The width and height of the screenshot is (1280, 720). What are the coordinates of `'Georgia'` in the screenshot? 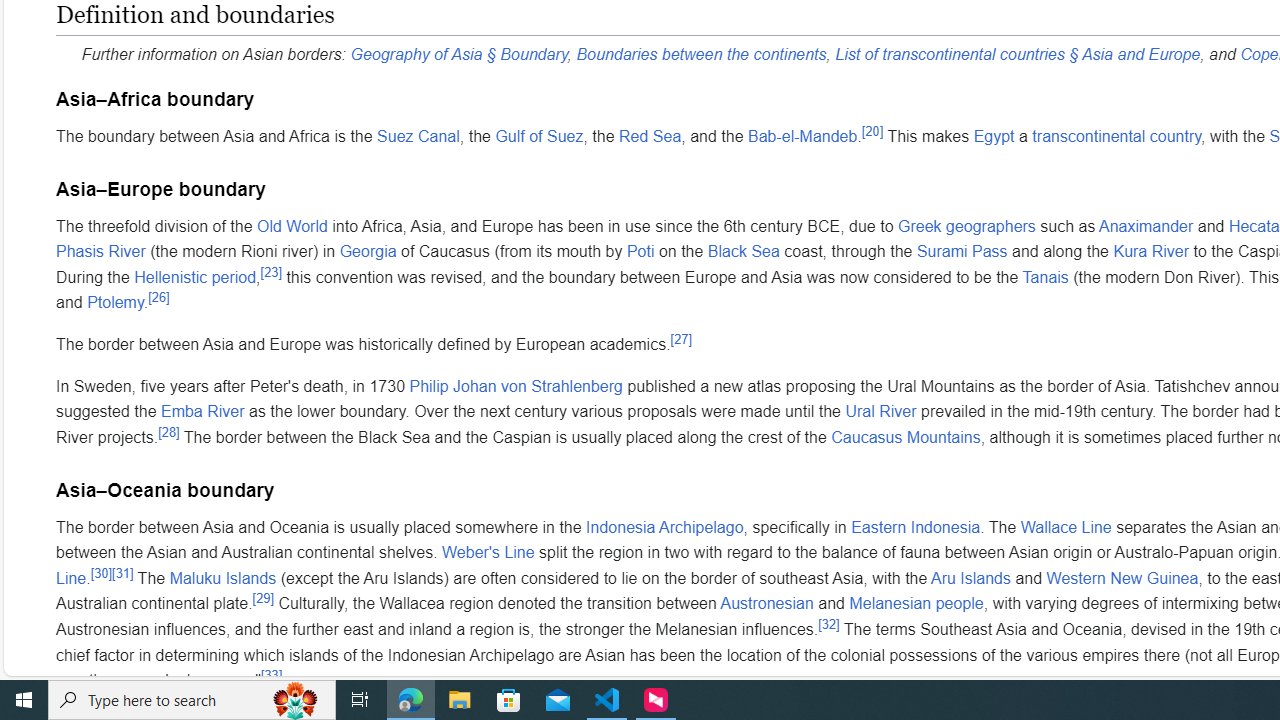 It's located at (368, 250).